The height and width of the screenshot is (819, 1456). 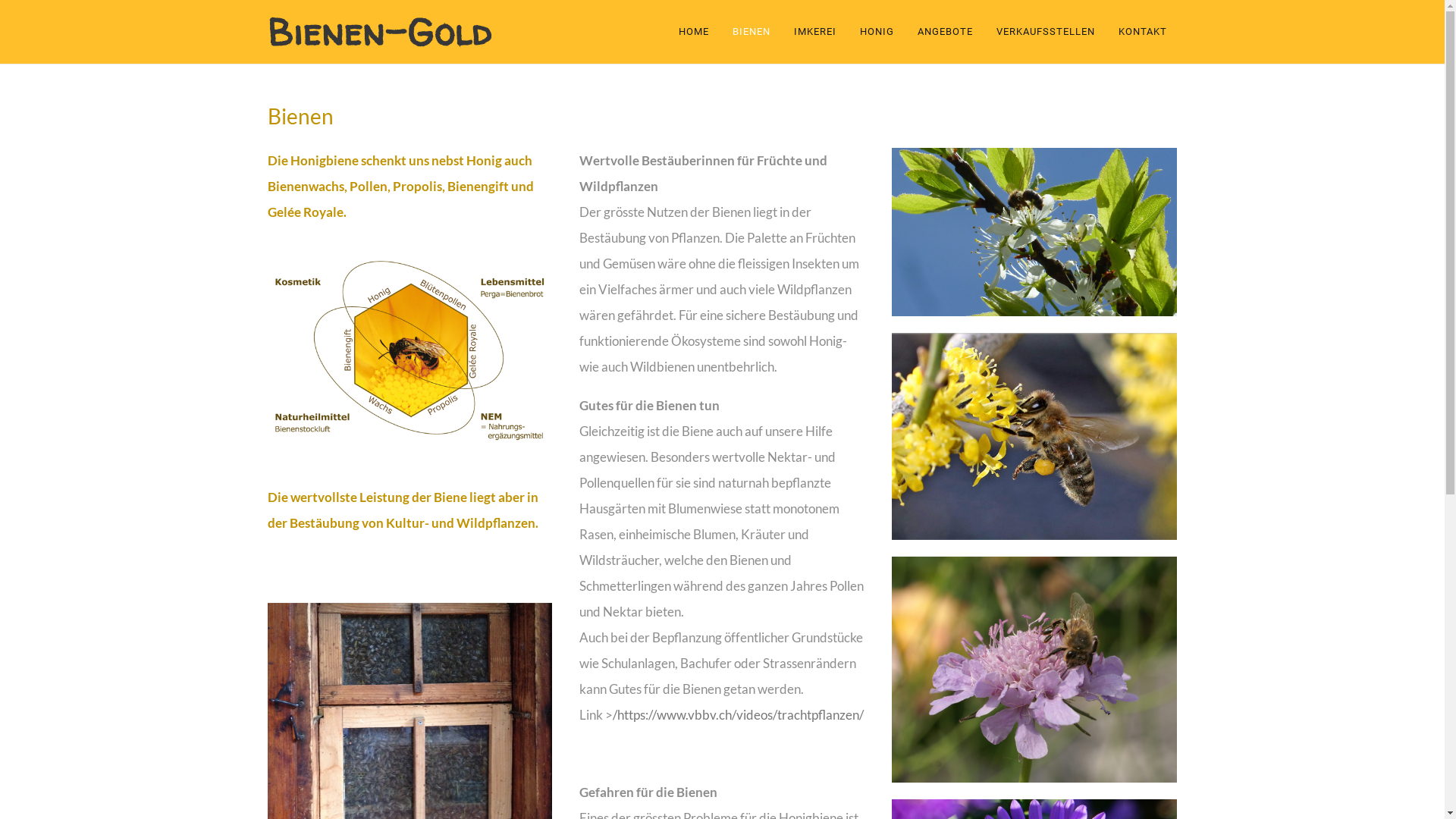 What do you see at coordinates (740, 714) in the screenshot?
I see `'https://www.vbbv.ch/videos/trachtpflanzen/'` at bounding box center [740, 714].